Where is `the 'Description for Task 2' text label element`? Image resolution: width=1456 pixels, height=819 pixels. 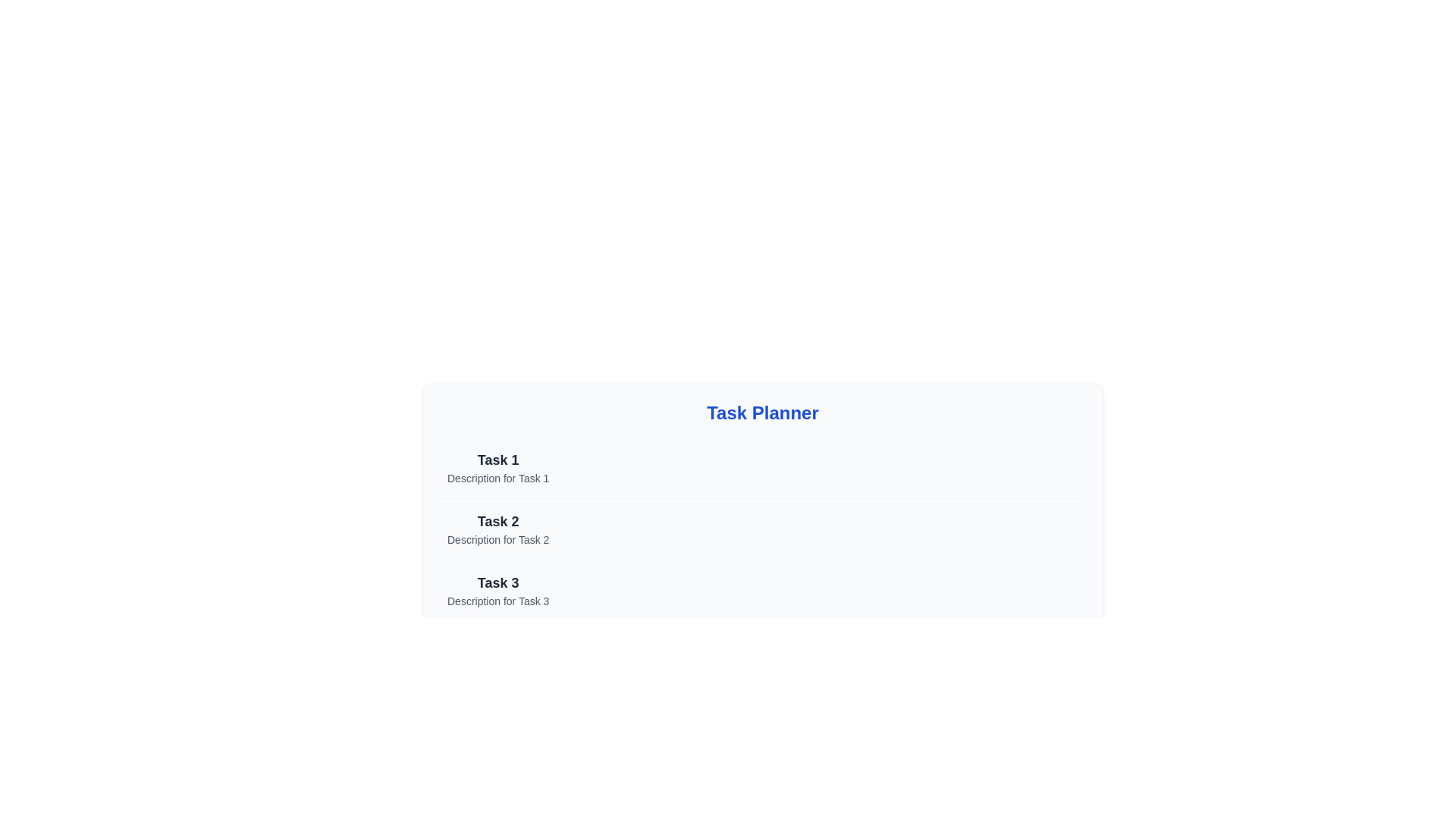
the 'Description for Task 2' text label element is located at coordinates (498, 539).